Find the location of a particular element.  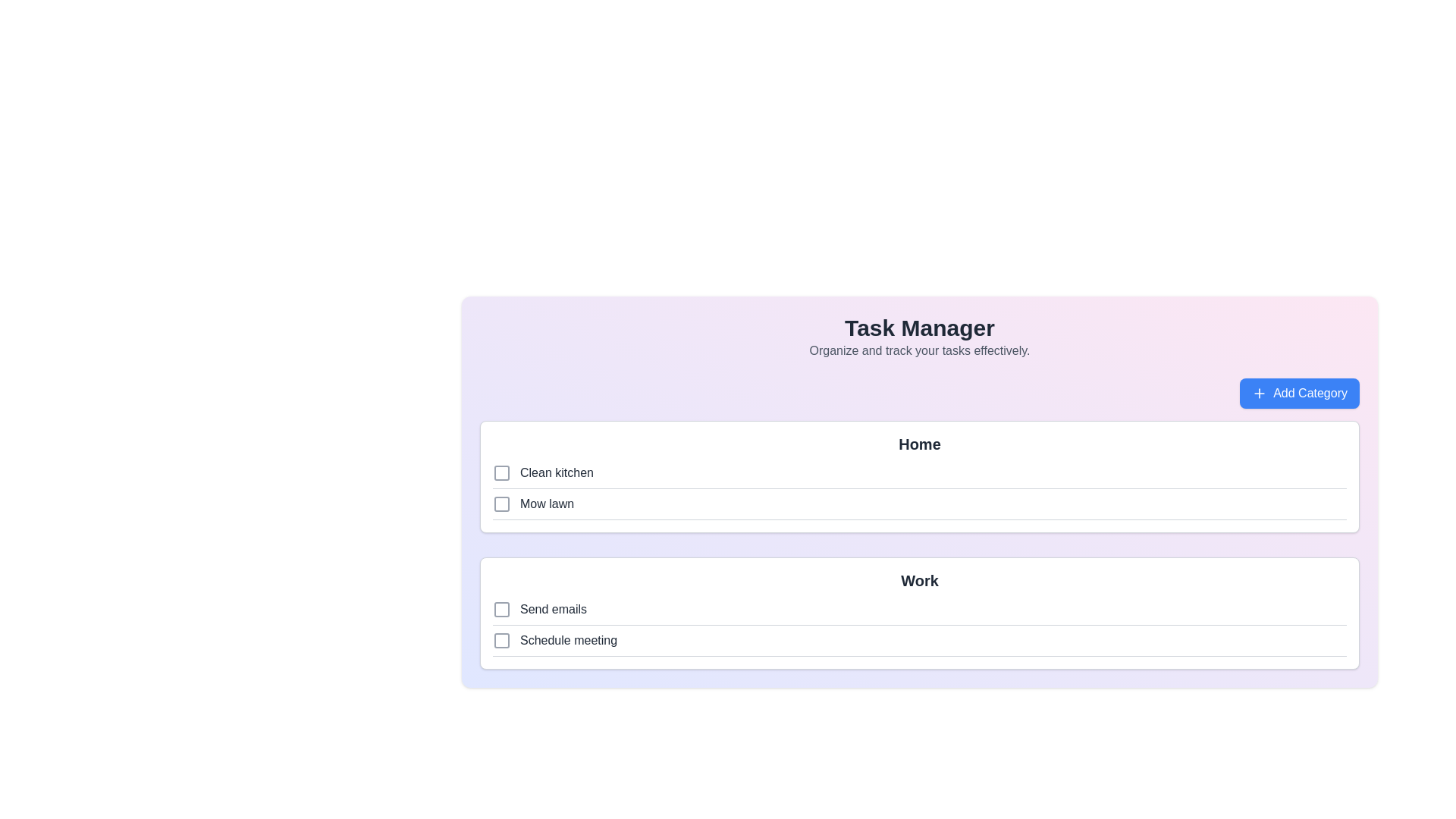

the 'Clean kitchen' label in the Home section to focus on it is located at coordinates (556, 472).